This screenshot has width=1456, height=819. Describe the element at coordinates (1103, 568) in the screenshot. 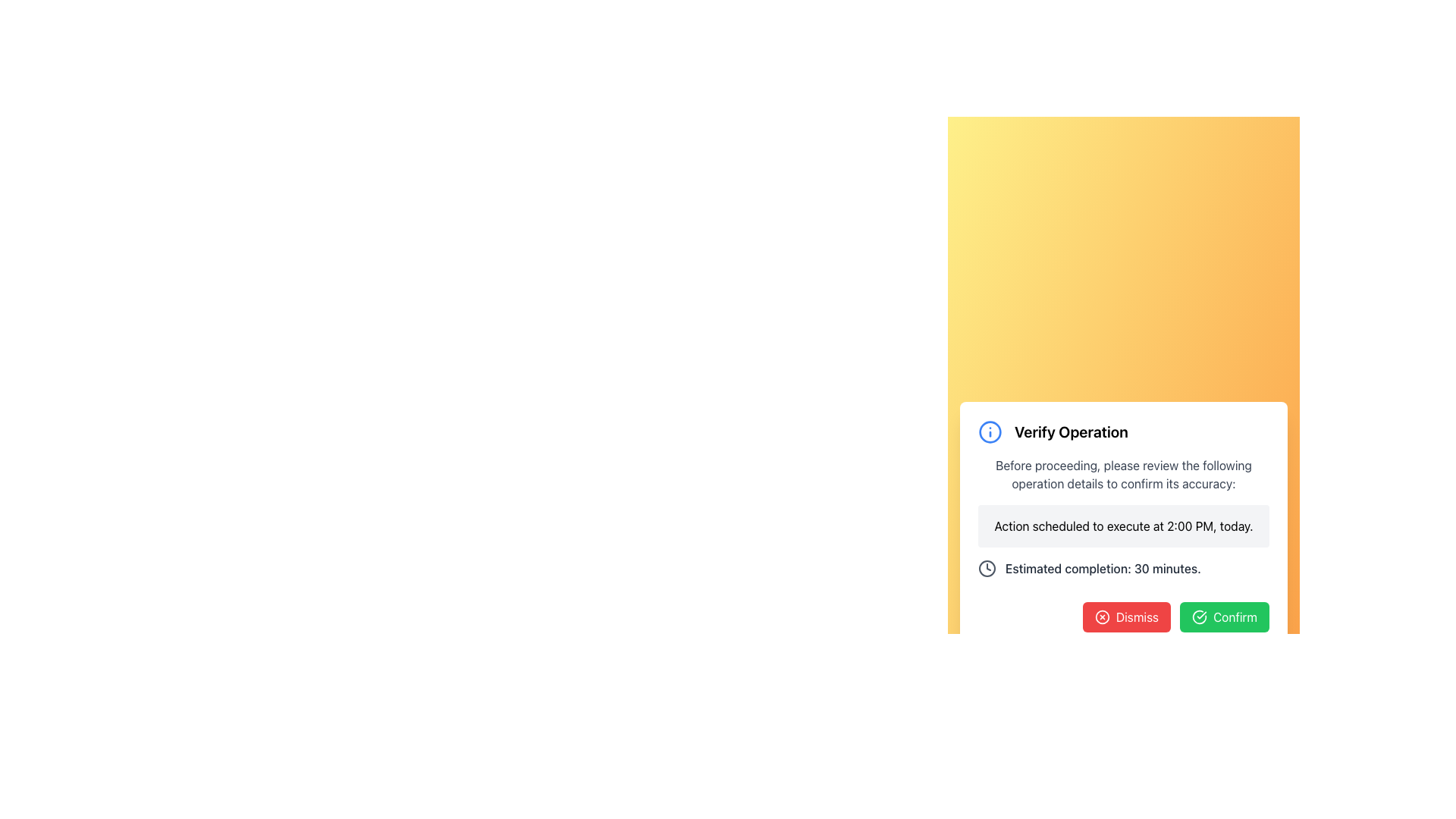

I see `the Static Text Element displaying 'Estimated completion: 30 minutes.' which is located next to a clock icon in the lower area of the notification card` at that location.